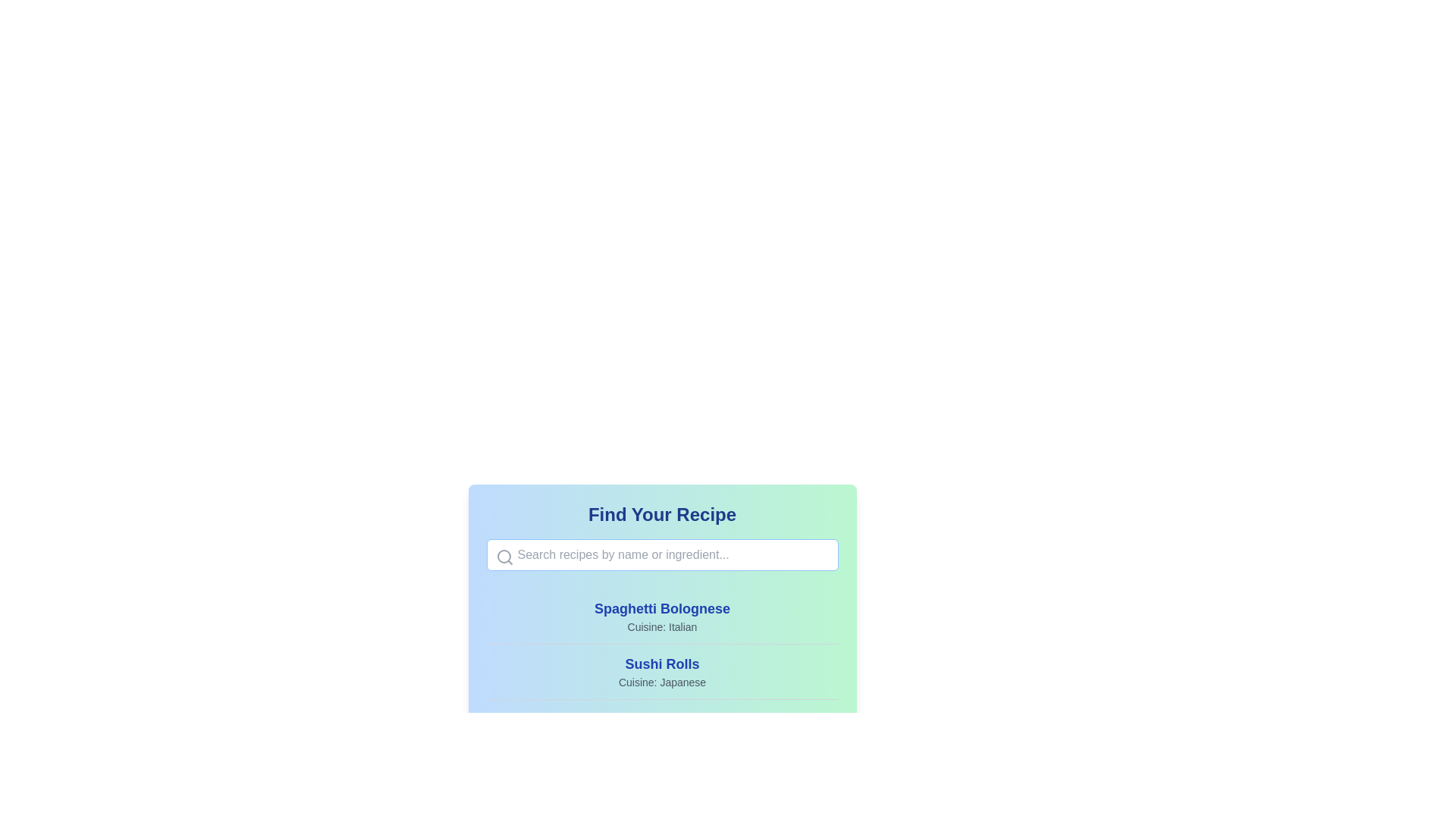  Describe the element at coordinates (662, 670) in the screenshot. I see `the 'Sushi Rolls' recipe entry in the list` at that location.